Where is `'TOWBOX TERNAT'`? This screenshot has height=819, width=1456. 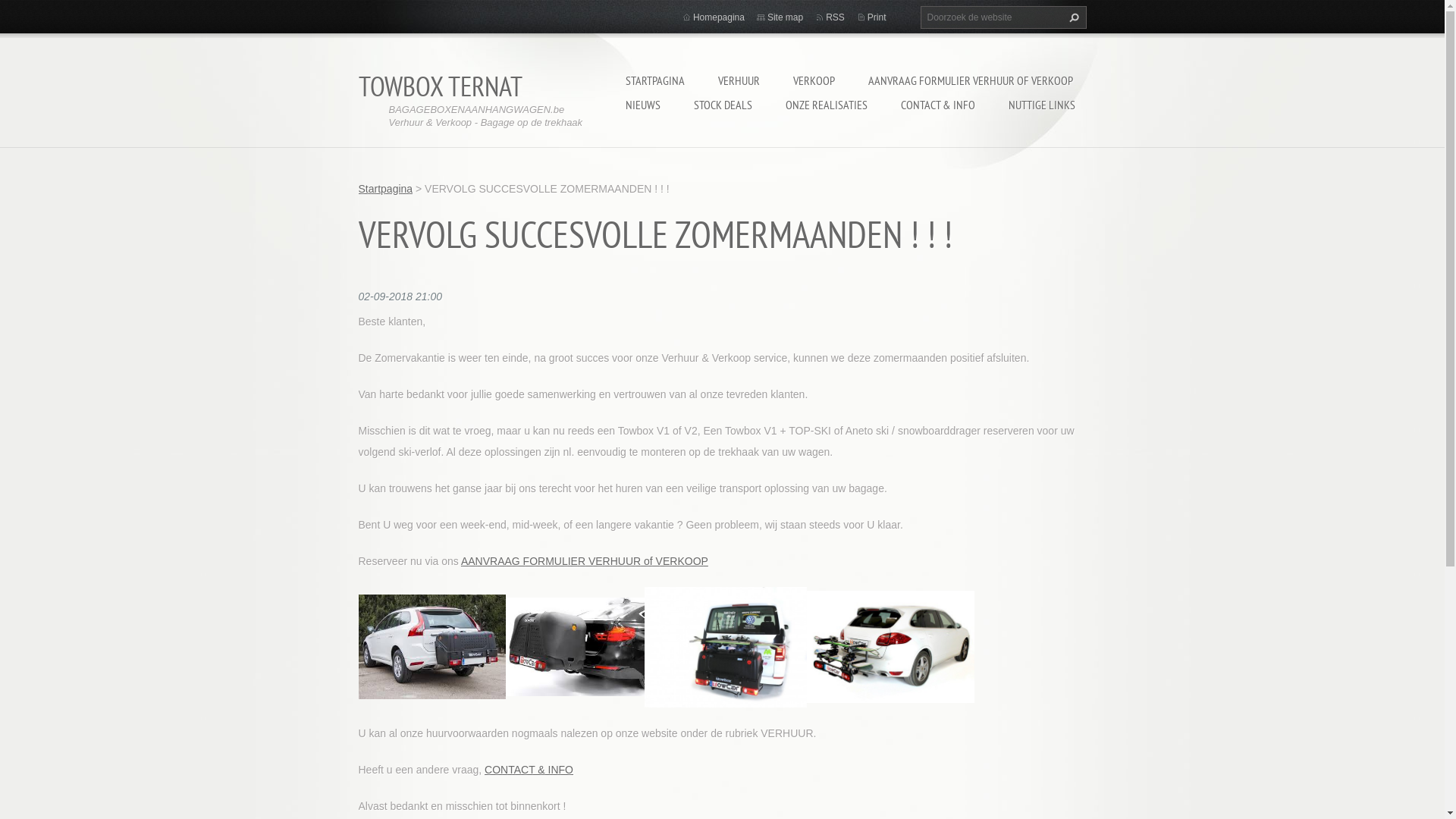
'TOWBOX TERNAT' is located at coordinates (439, 86).